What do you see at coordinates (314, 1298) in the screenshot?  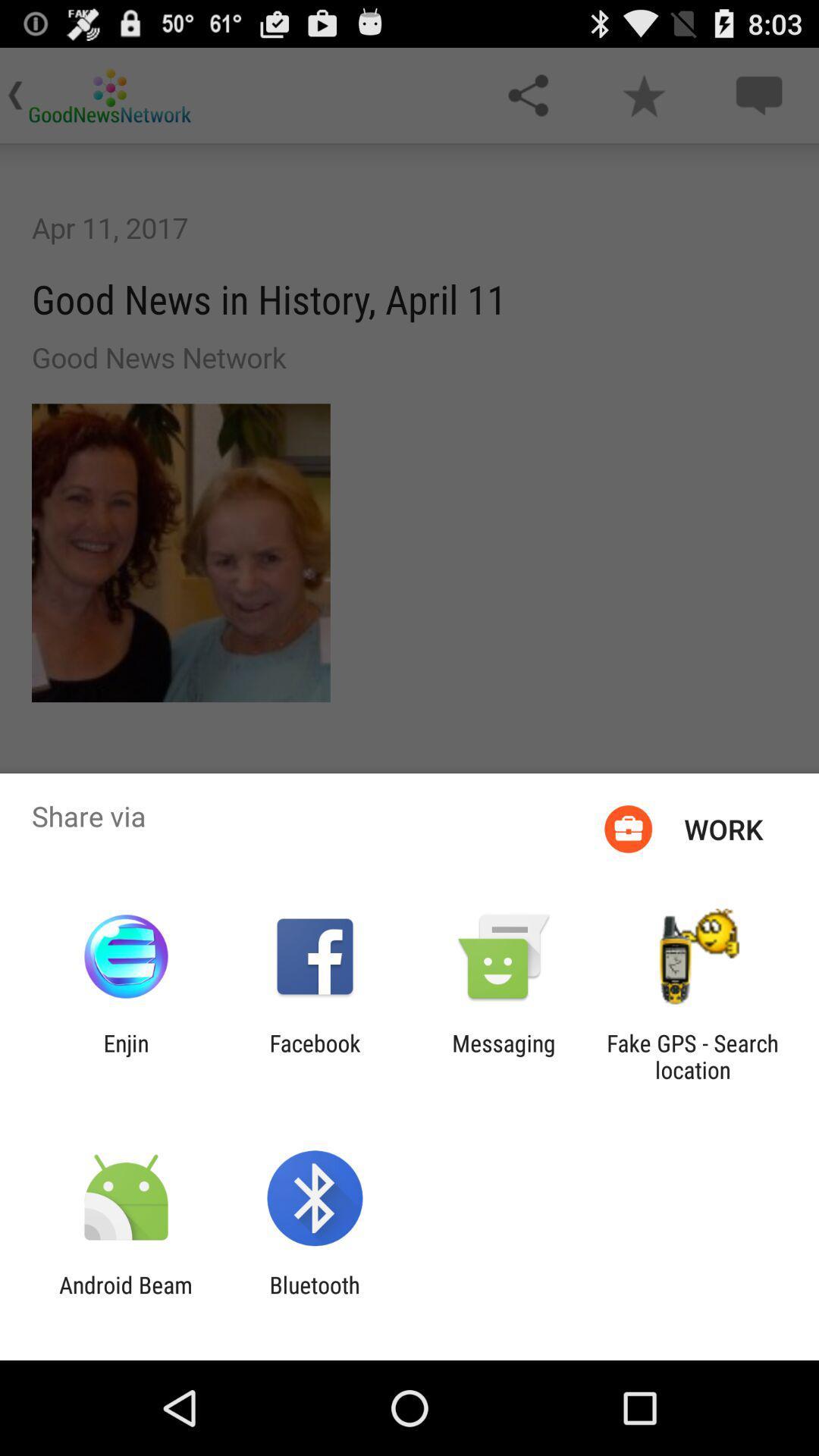 I see `bluetooth` at bounding box center [314, 1298].